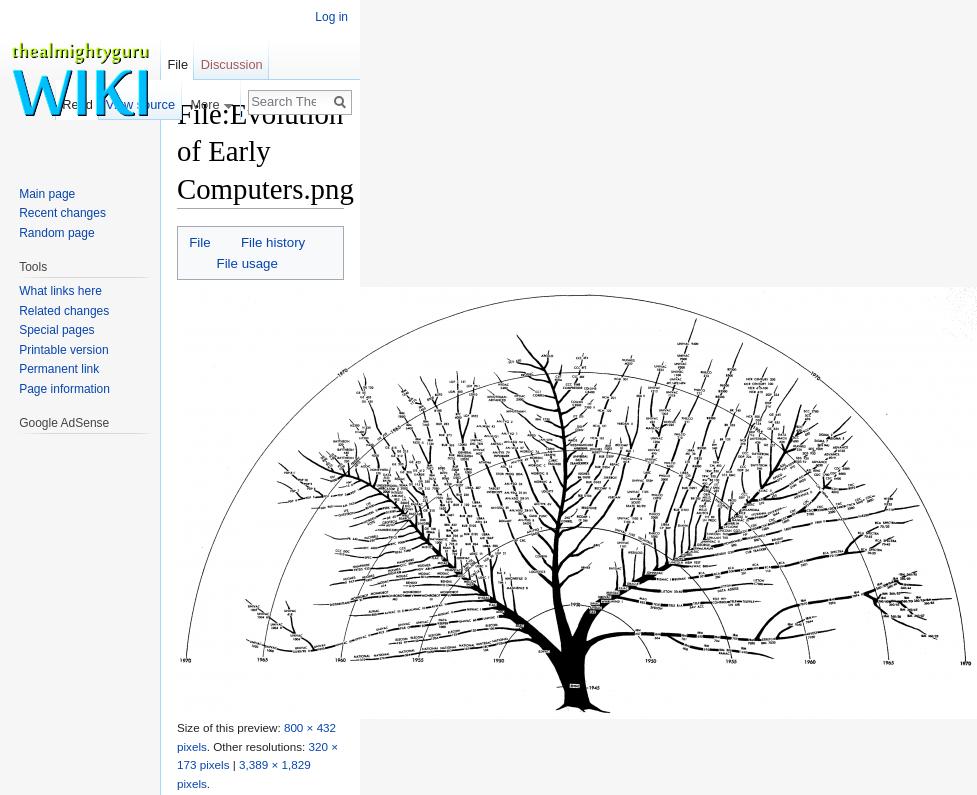 The height and width of the screenshot is (795, 977). I want to click on 'File', so click(198, 240).